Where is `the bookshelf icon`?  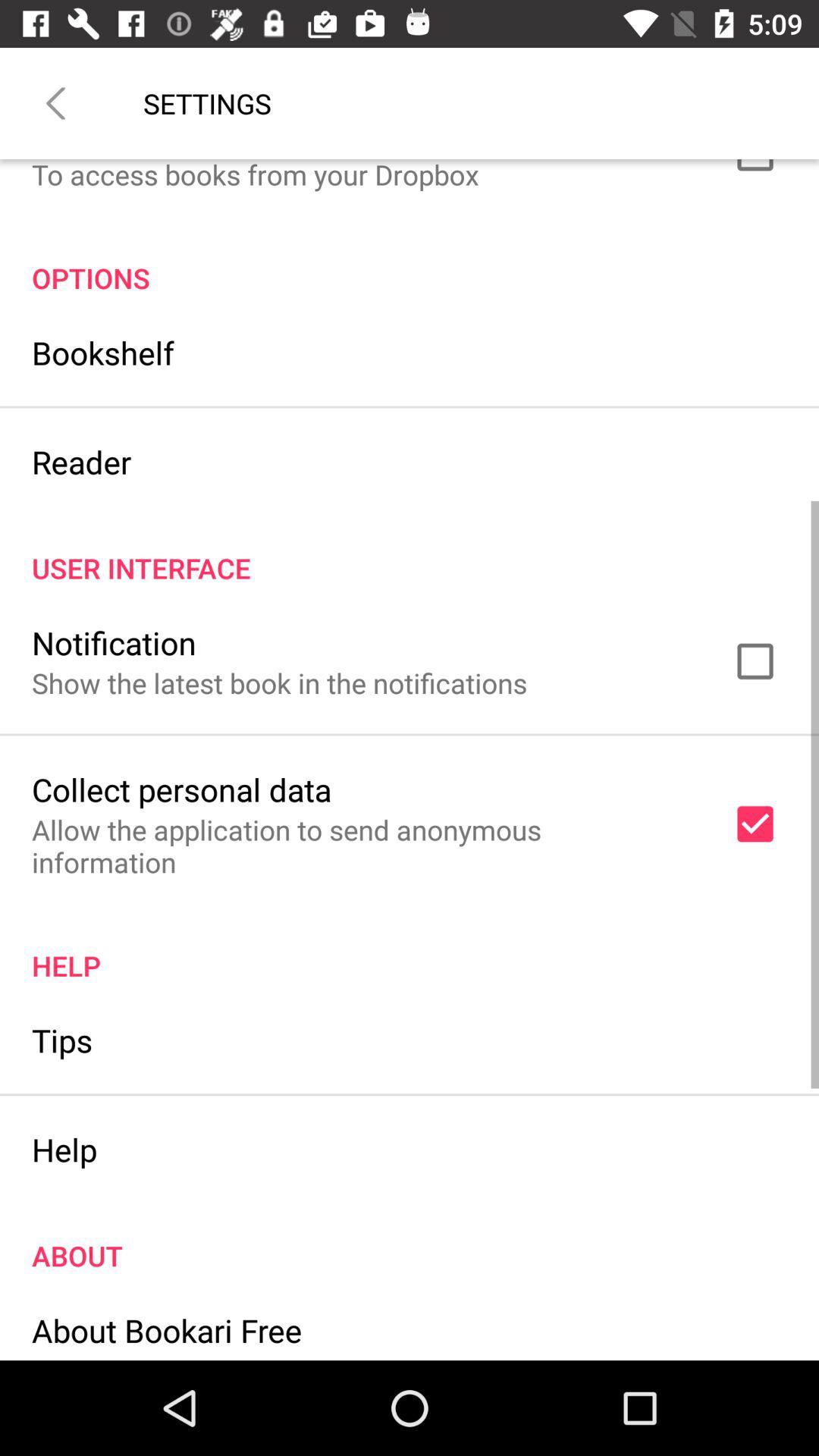
the bookshelf icon is located at coordinates (102, 352).